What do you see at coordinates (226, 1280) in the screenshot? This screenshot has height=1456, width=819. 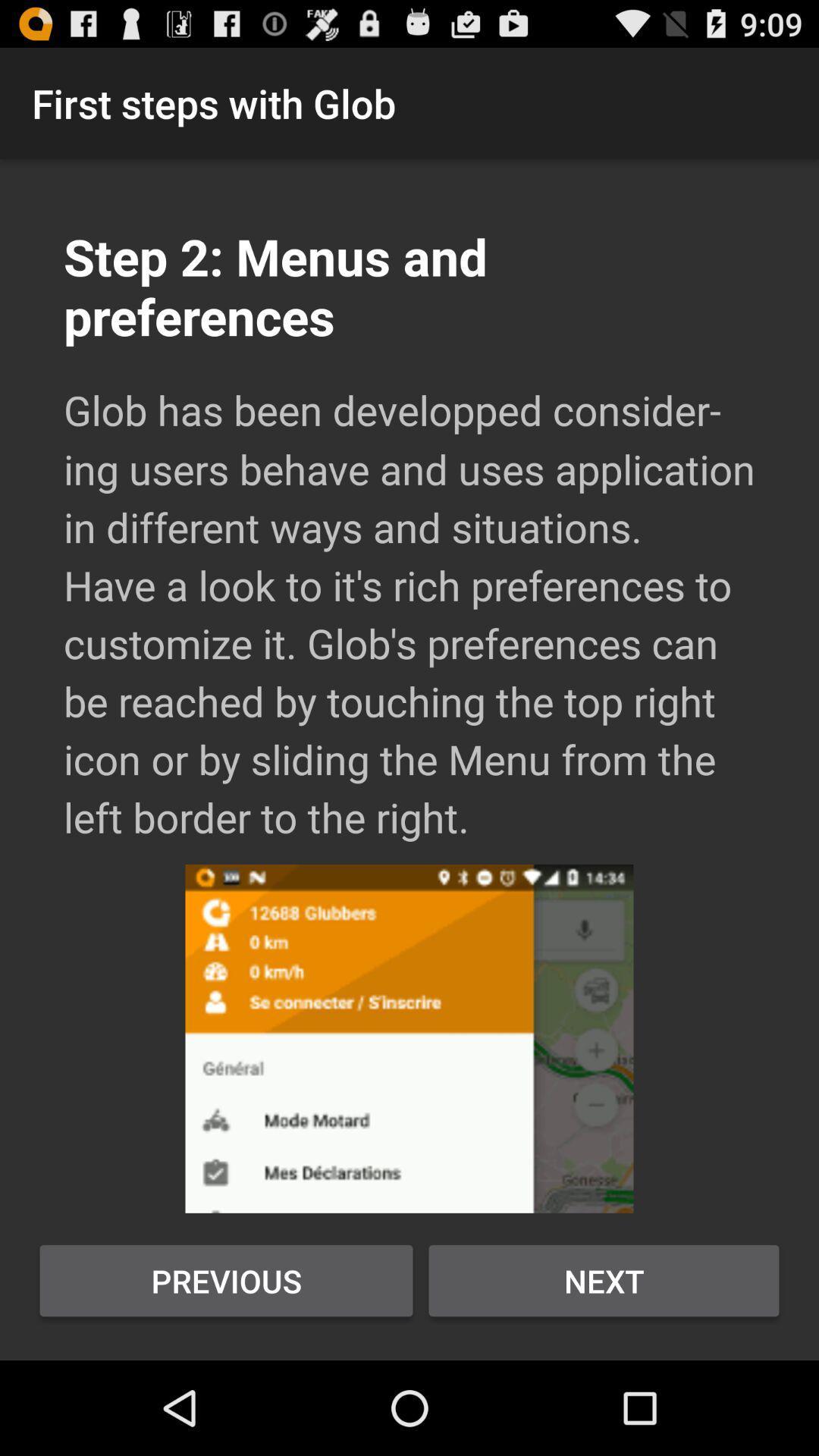 I see `item next to the next button` at bounding box center [226, 1280].